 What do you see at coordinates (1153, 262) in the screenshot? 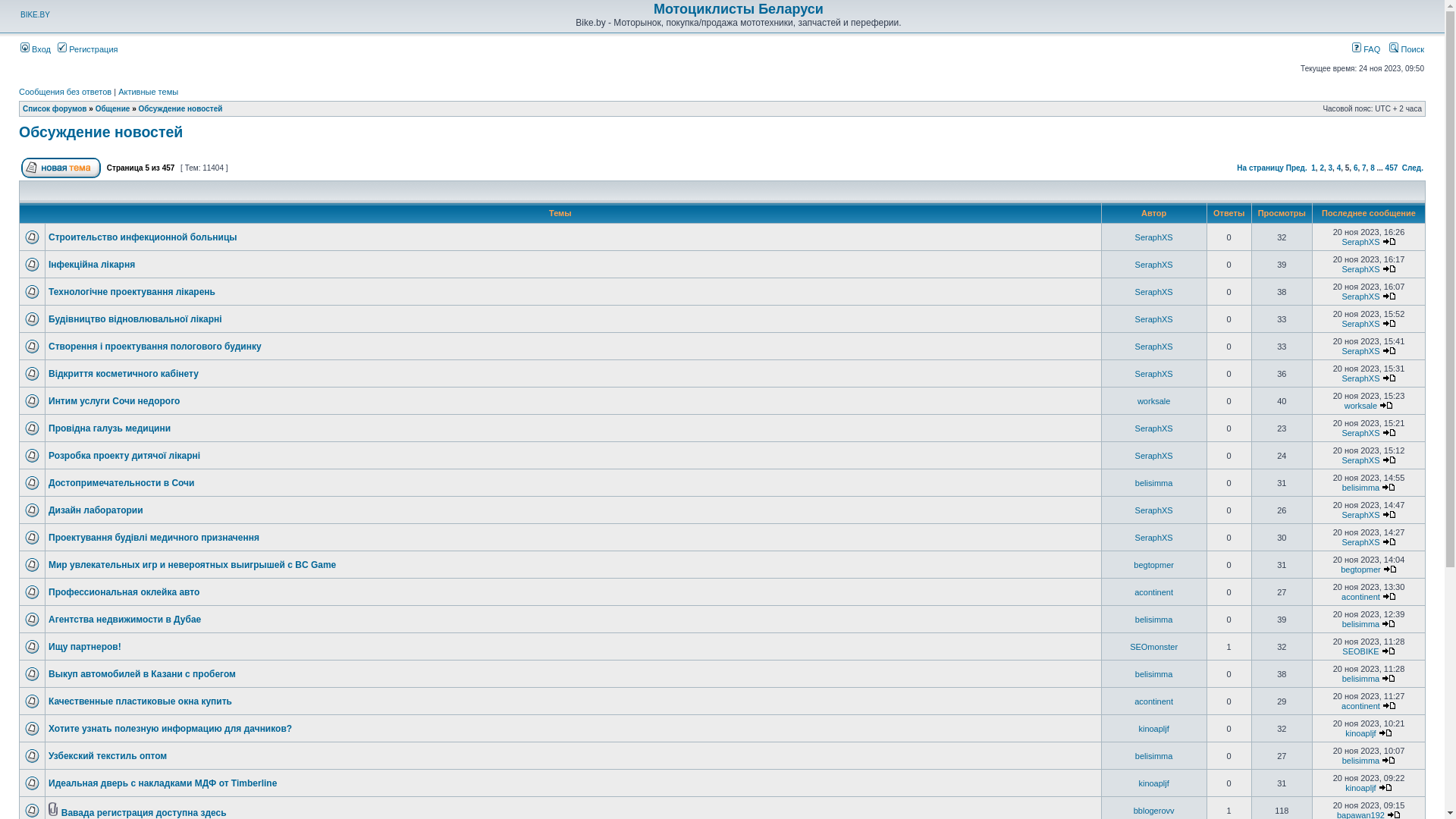
I see `'SeraphXS'` at bounding box center [1153, 262].